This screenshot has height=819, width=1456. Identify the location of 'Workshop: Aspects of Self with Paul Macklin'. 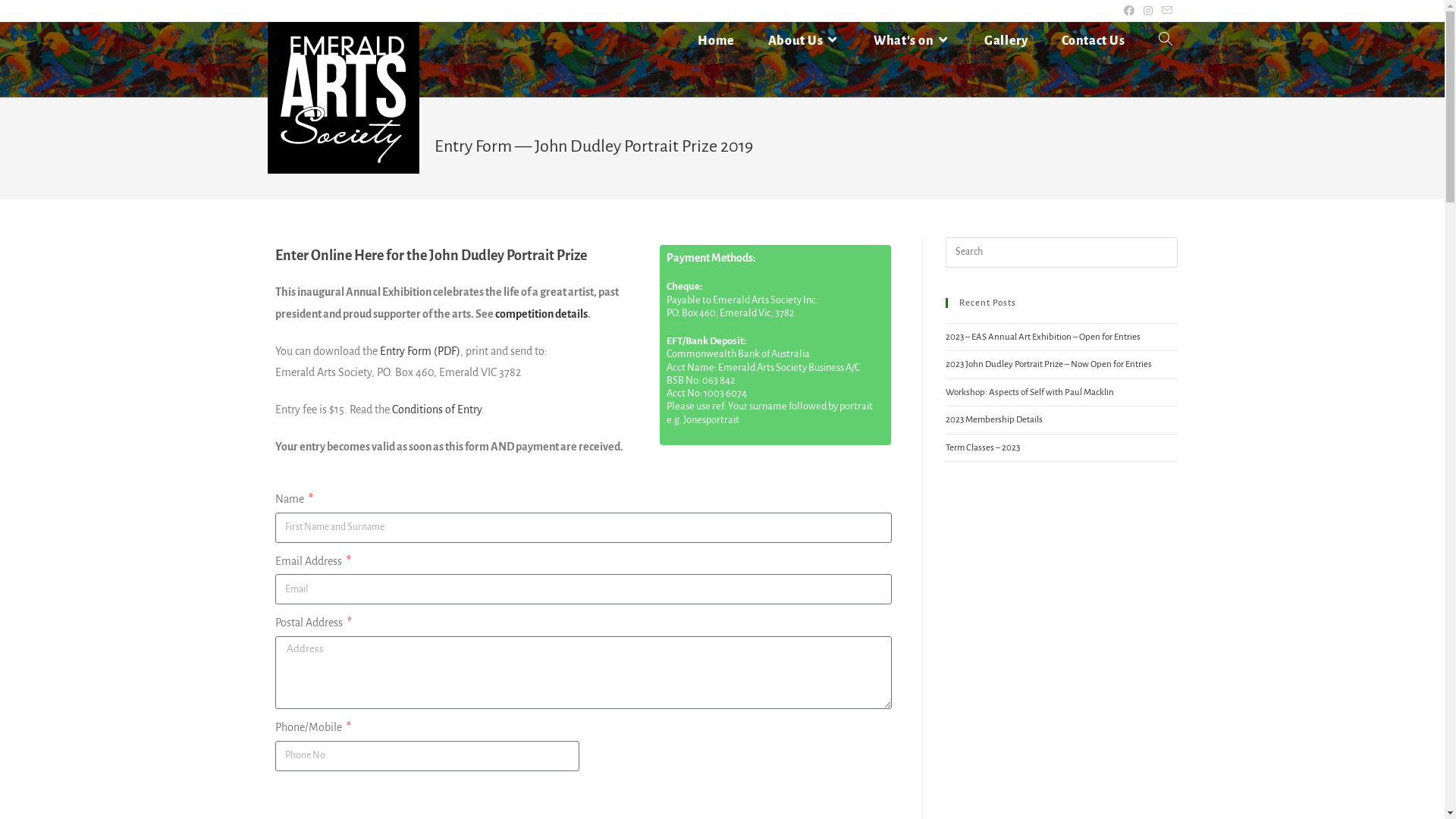
(1029, 391).